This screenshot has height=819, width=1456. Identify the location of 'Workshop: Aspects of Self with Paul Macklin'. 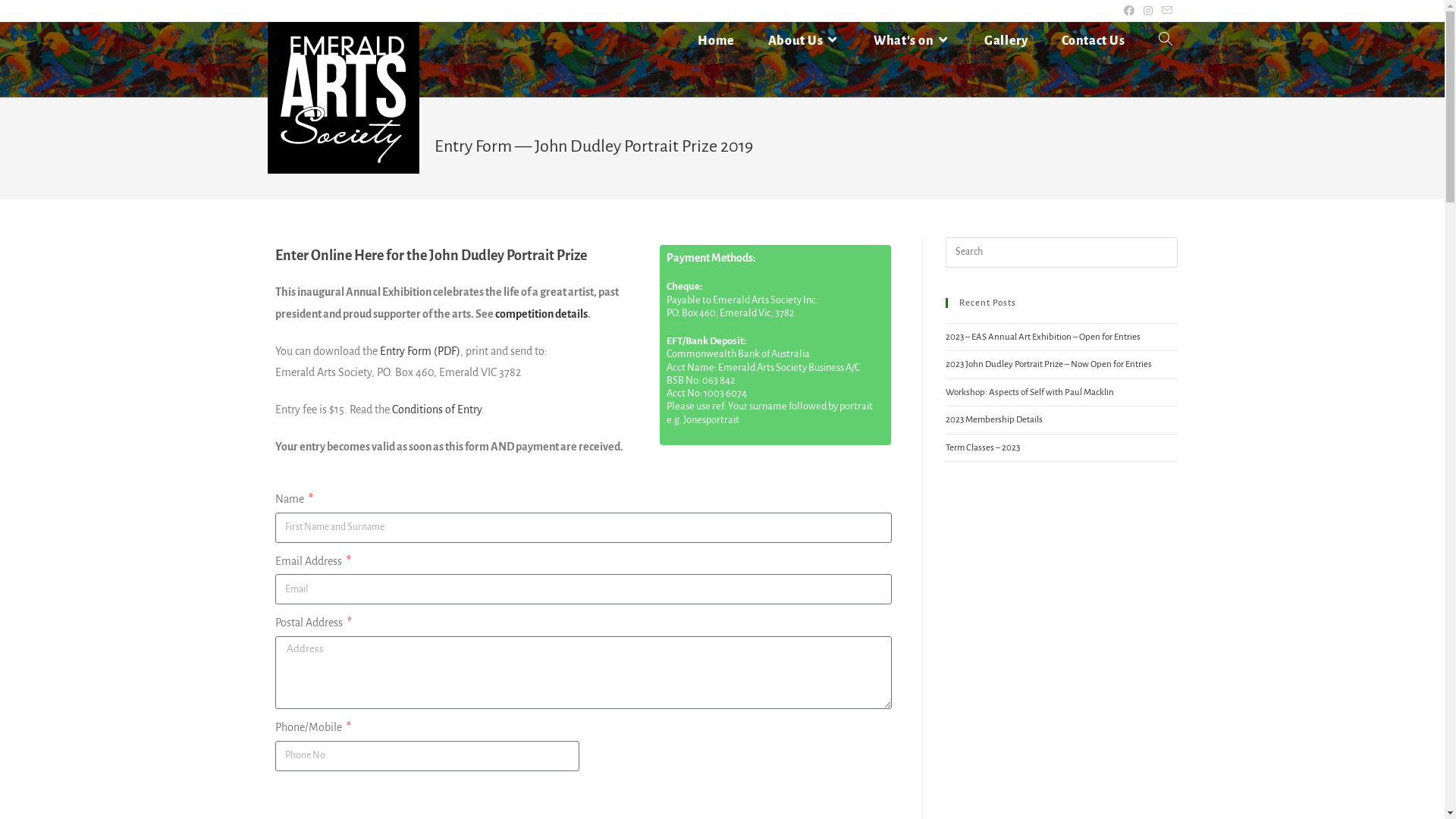
(1029, 391).